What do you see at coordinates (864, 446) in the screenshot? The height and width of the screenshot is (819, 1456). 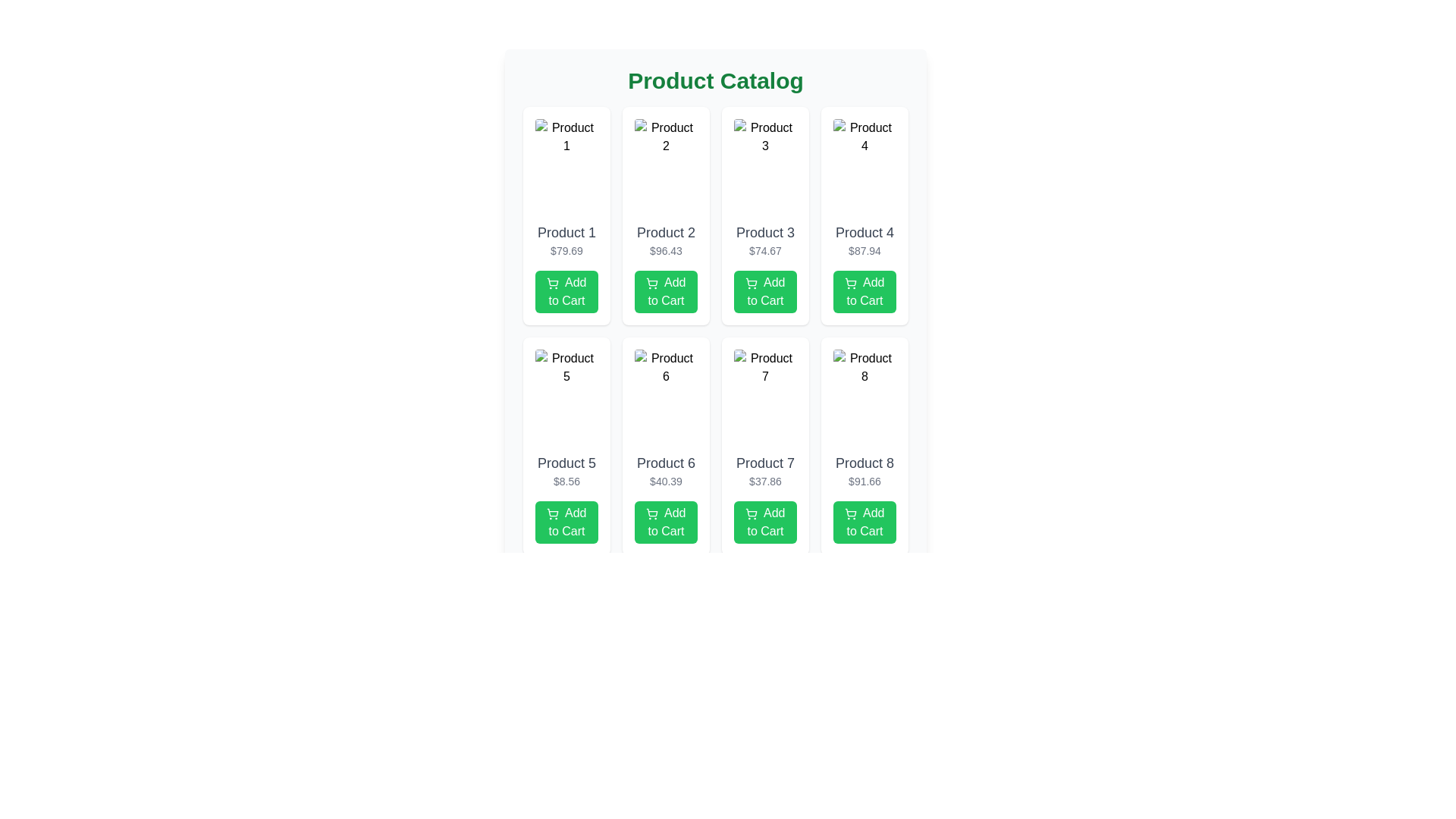 I see `the 'Product 8' catalog card located at the bottom right corner of the product grid` at bounding box center [864, 446].